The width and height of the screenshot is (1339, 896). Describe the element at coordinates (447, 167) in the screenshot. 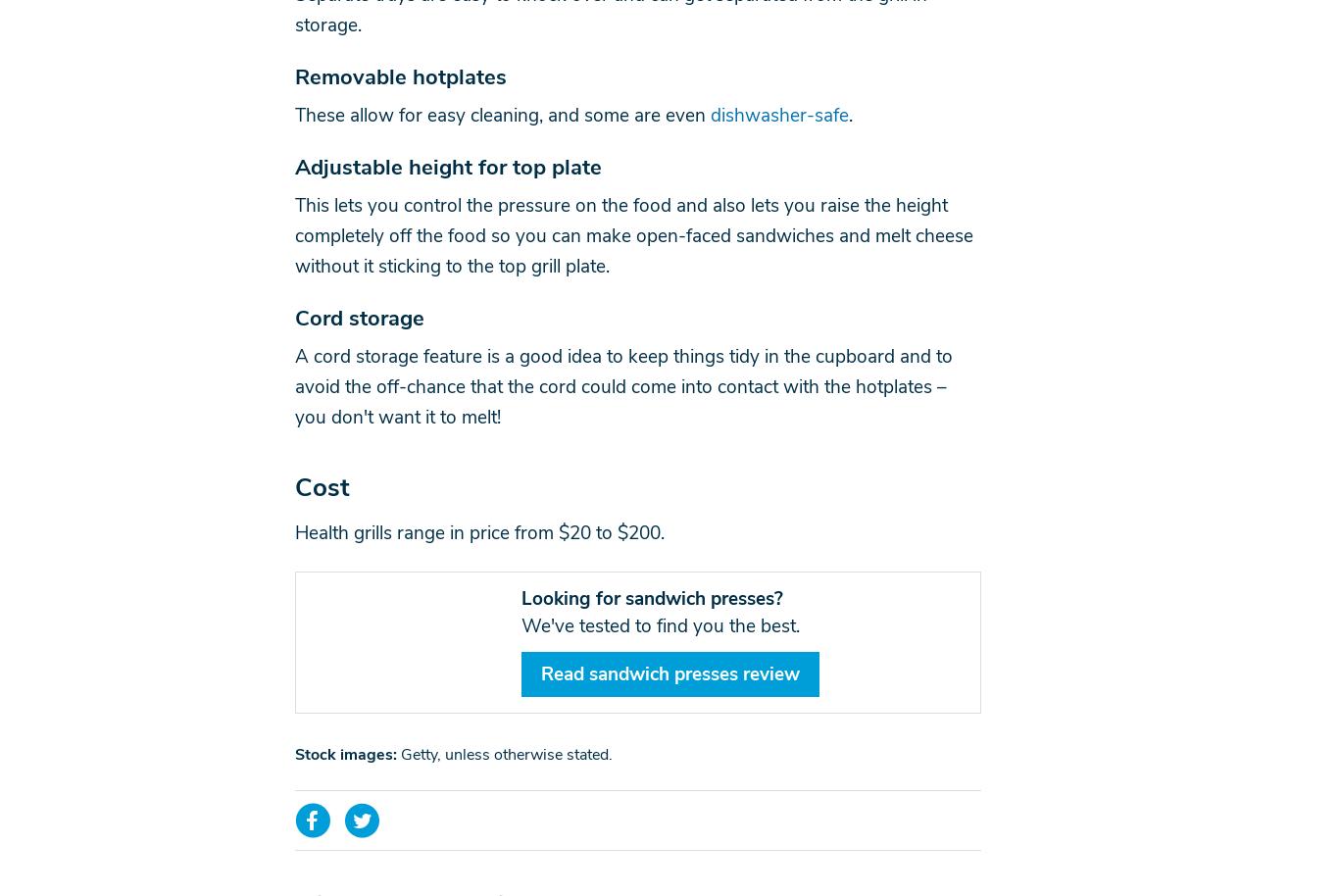

I see `'Adjustable height for top plate'` at that location.